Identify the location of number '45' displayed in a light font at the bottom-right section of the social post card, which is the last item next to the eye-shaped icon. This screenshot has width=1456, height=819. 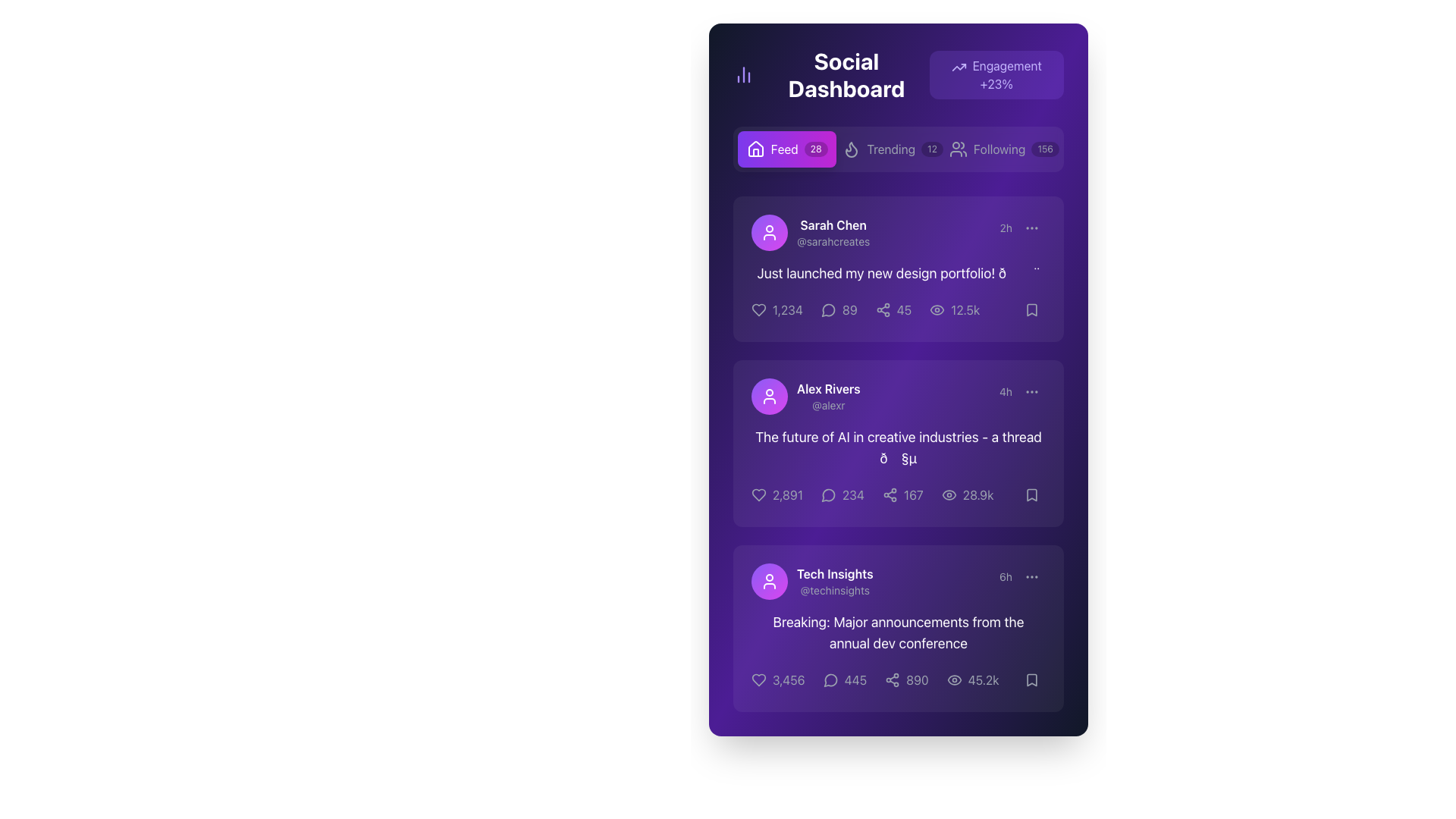
(904, 309).